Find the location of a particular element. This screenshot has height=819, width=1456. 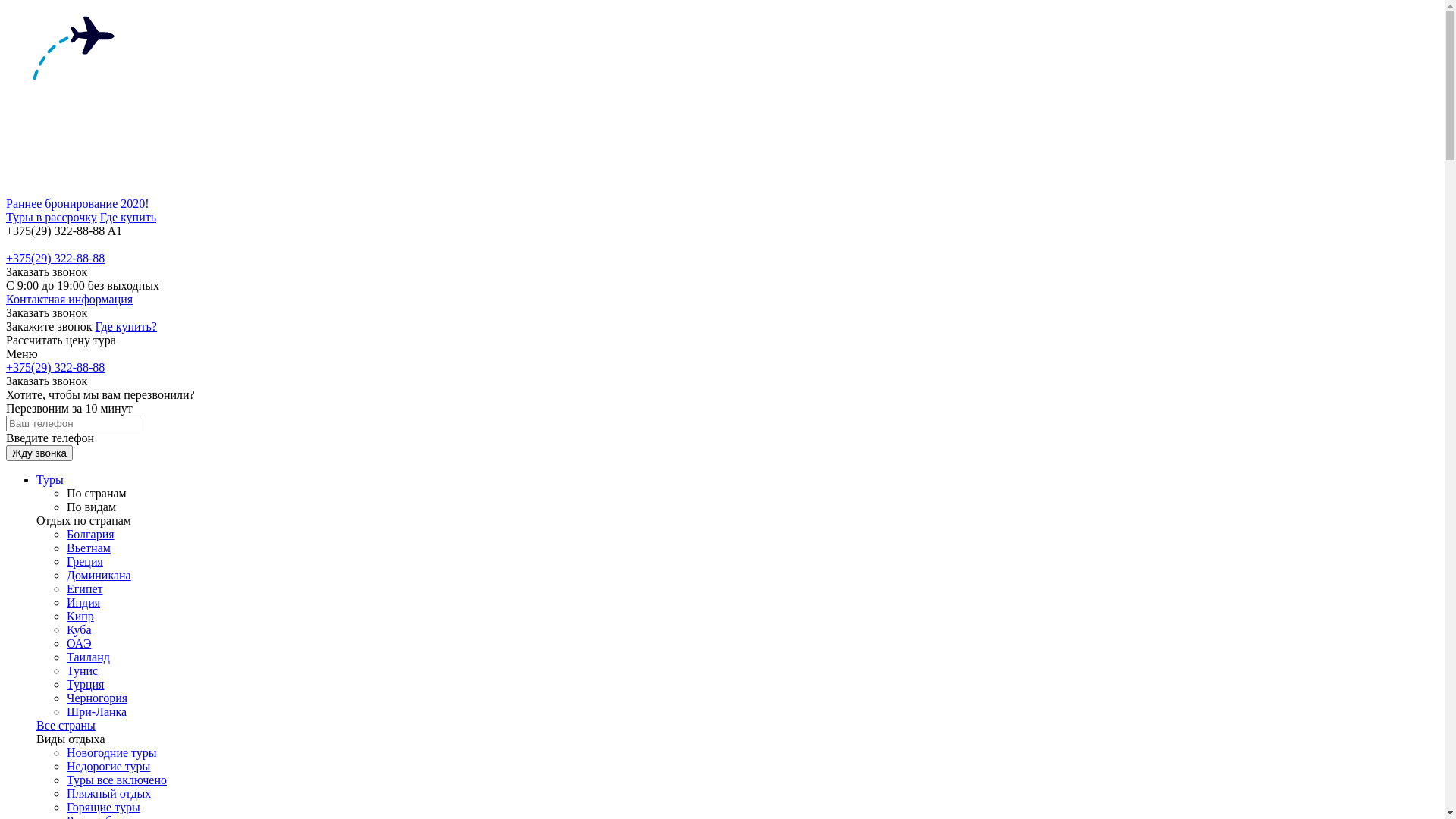

'+375(29) 322-88-88' is located at coordinates (55, 367).